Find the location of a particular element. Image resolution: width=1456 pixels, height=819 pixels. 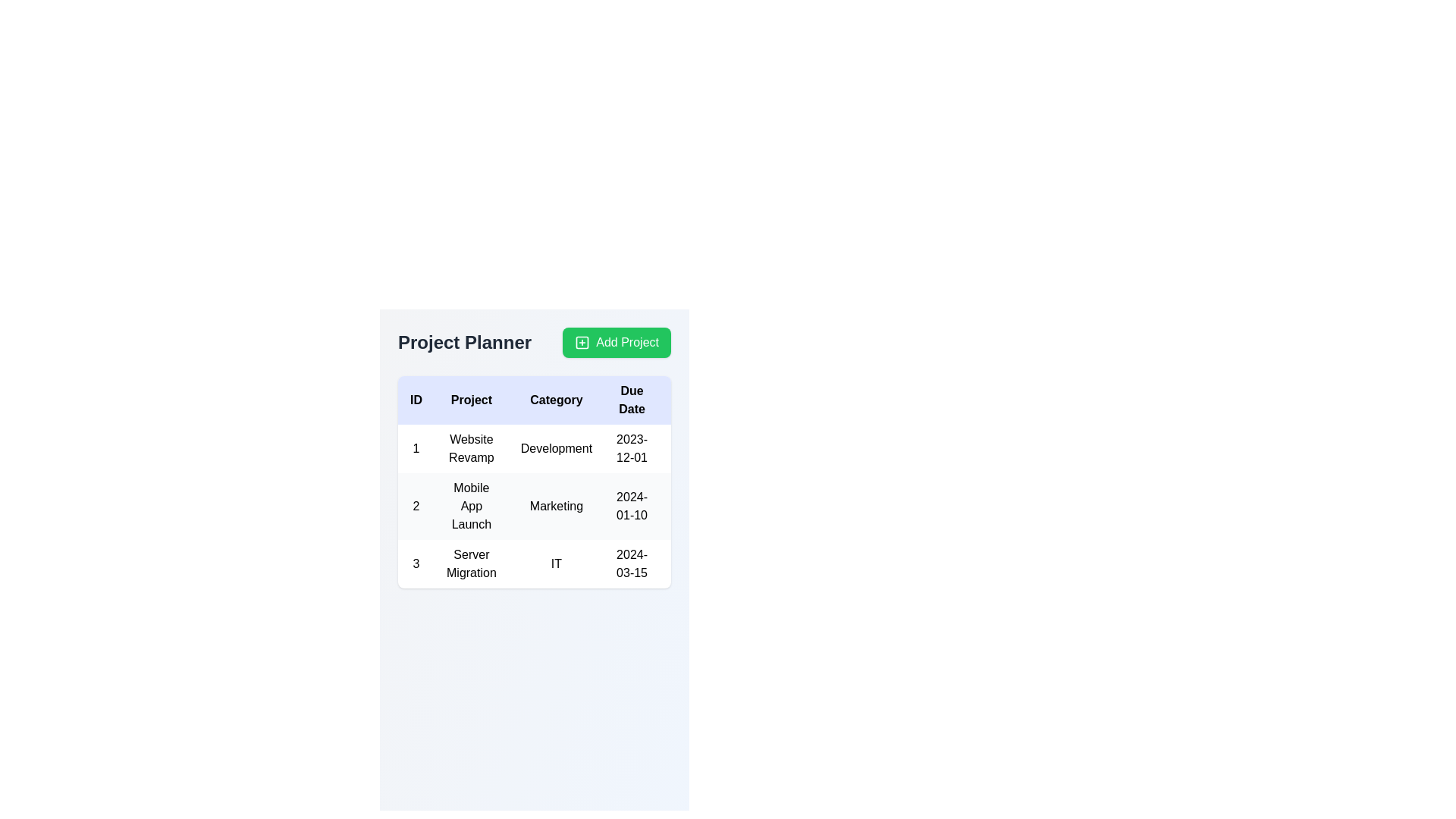

the text label displaying the due date in the fourth column of the second row of the table under the header 'Due Date' is located at coordinates (632, 506).